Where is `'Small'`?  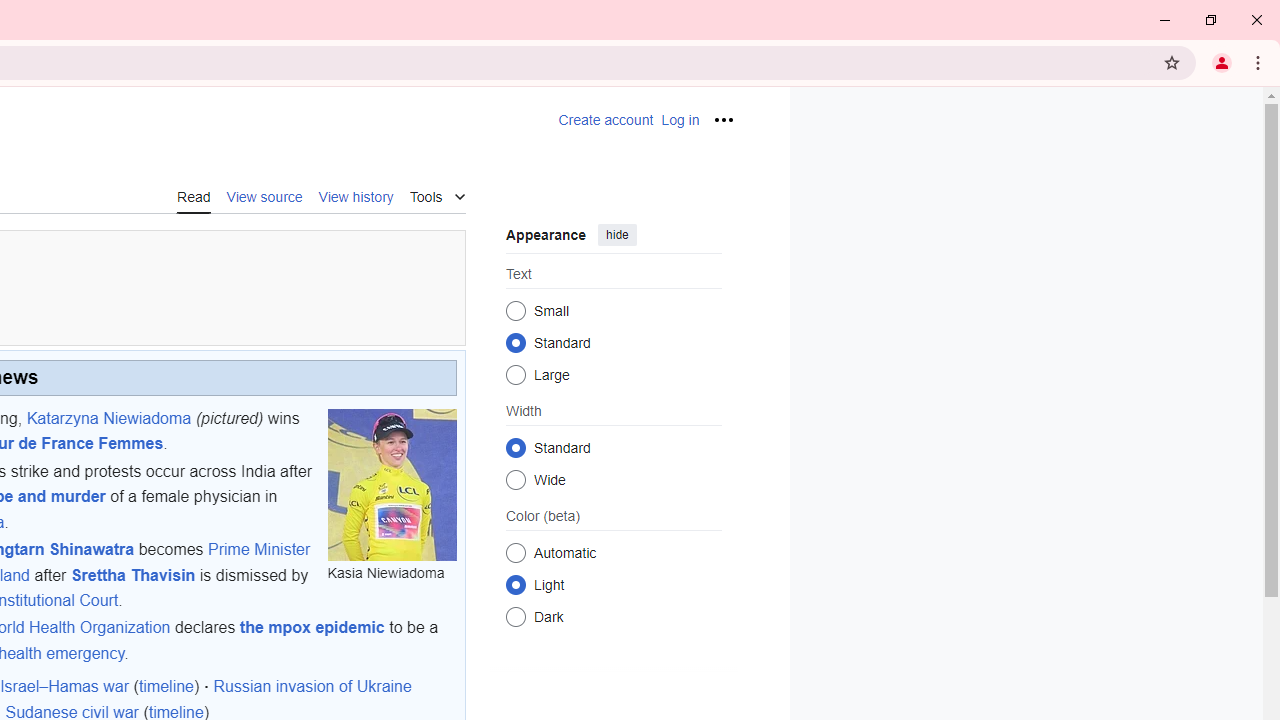
'Small' is located at coordinates (515, 310).